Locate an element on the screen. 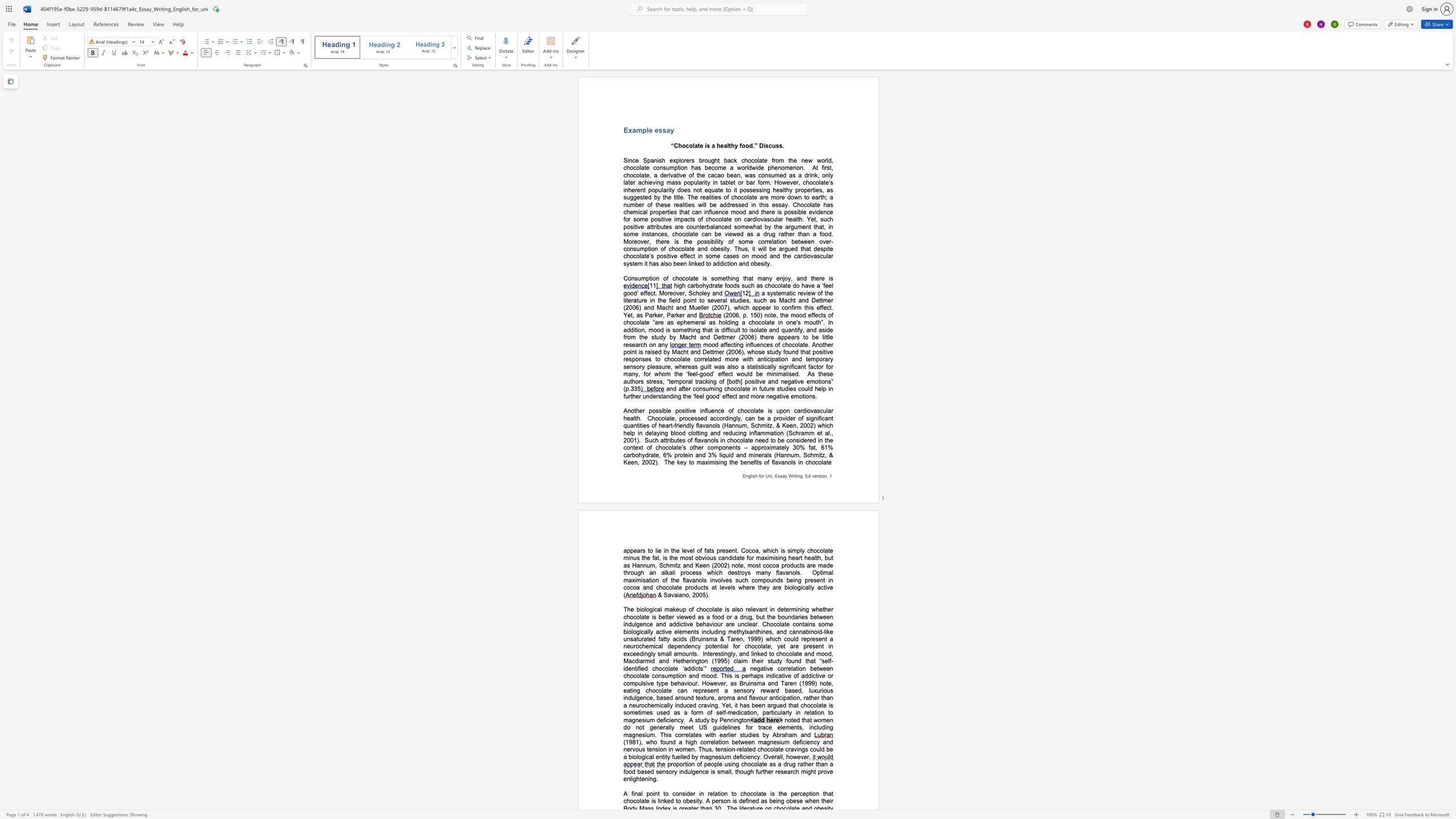  the subset text "t, in some instances, chocolate can be viewed as a drug rather than a food. Moreover, there is the possibility of some correlation between over-consumption of chocolate and obesity. Thus, it will be argued that des" within the text "the argument that, in some instances, chocolate can be viewed as a drug rather than a food. Moreover, there is the possibility of some correlation between over-consumption of chocolate and obesity. Thus, it will be argued that despite chocolate’s positive effect in some cases on mood and the cardiovascular syst" is located at coordinates (821, 226).